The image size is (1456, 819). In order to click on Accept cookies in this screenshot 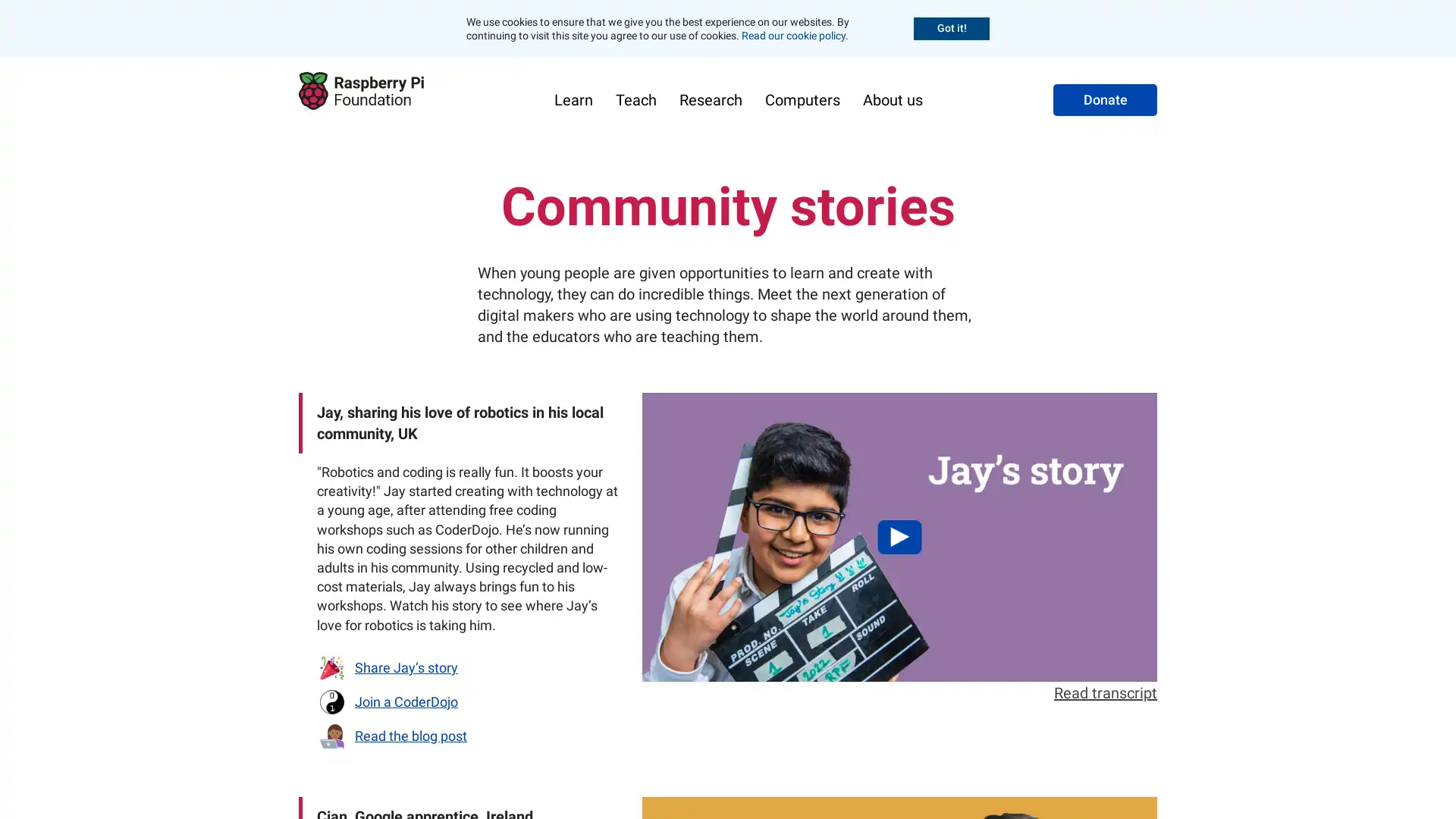, I will do `click(950, 28)`.